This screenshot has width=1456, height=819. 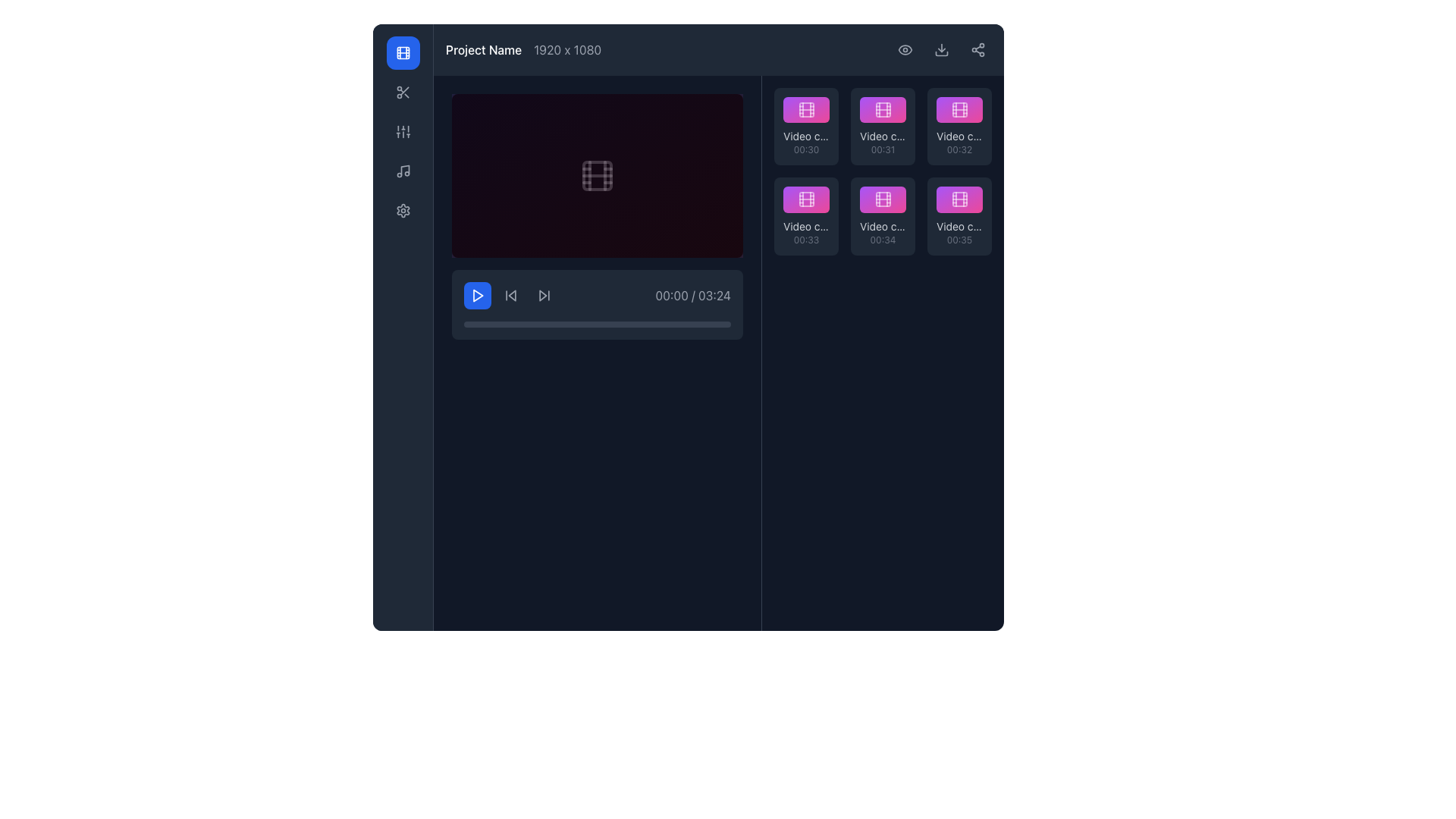 I want to click on the leftmost polygonal icon in the SVG graphical group, which is part of the media control panel located centrally under the video playback frame, so click(x=543, y=295).